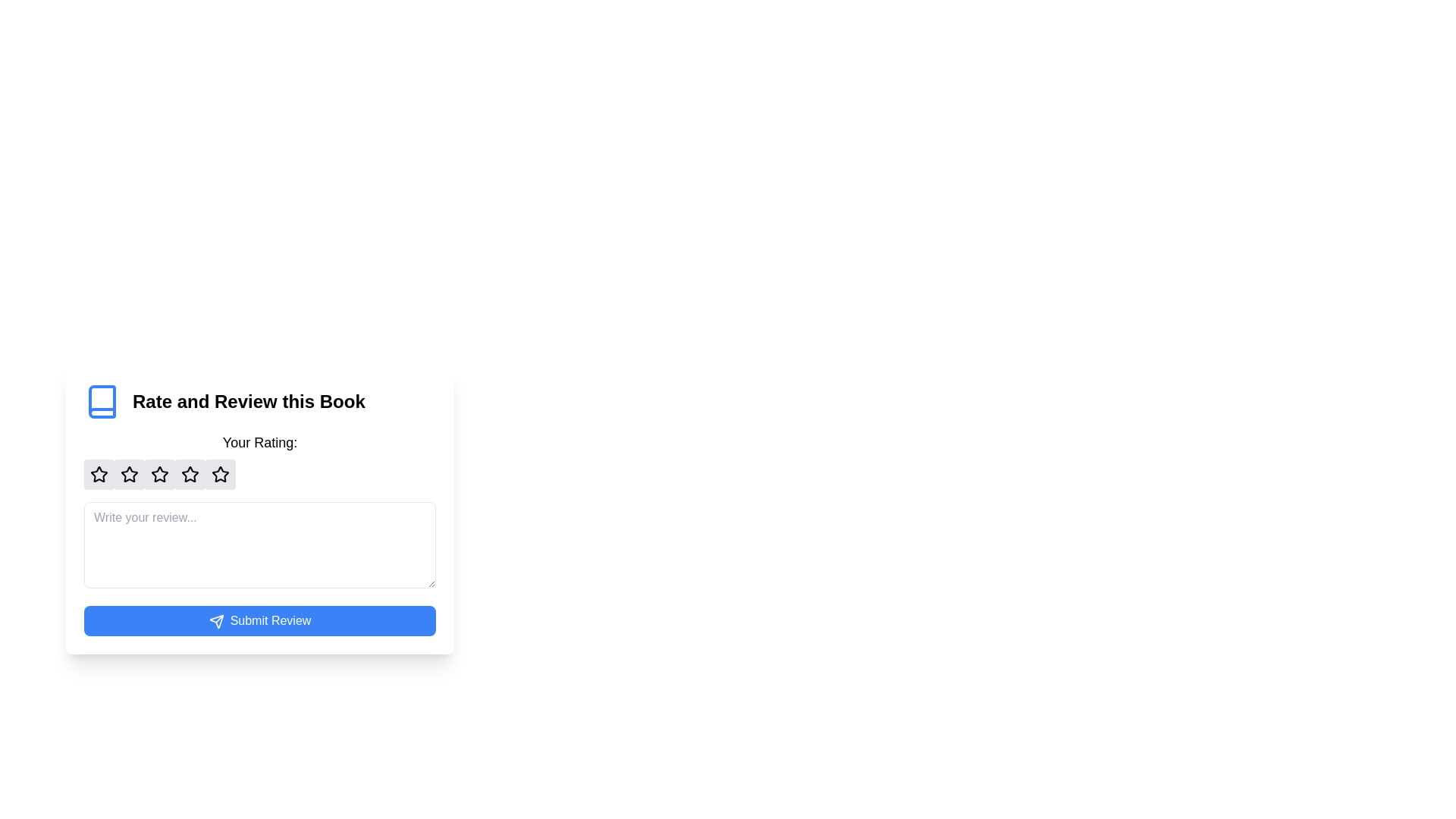 The height and width of the screenshot is (819, 1456). Describe the element at coordinates (160, 473) in the screenshot. I see `the second star-shaped icon from the left in the rating system` at that location.